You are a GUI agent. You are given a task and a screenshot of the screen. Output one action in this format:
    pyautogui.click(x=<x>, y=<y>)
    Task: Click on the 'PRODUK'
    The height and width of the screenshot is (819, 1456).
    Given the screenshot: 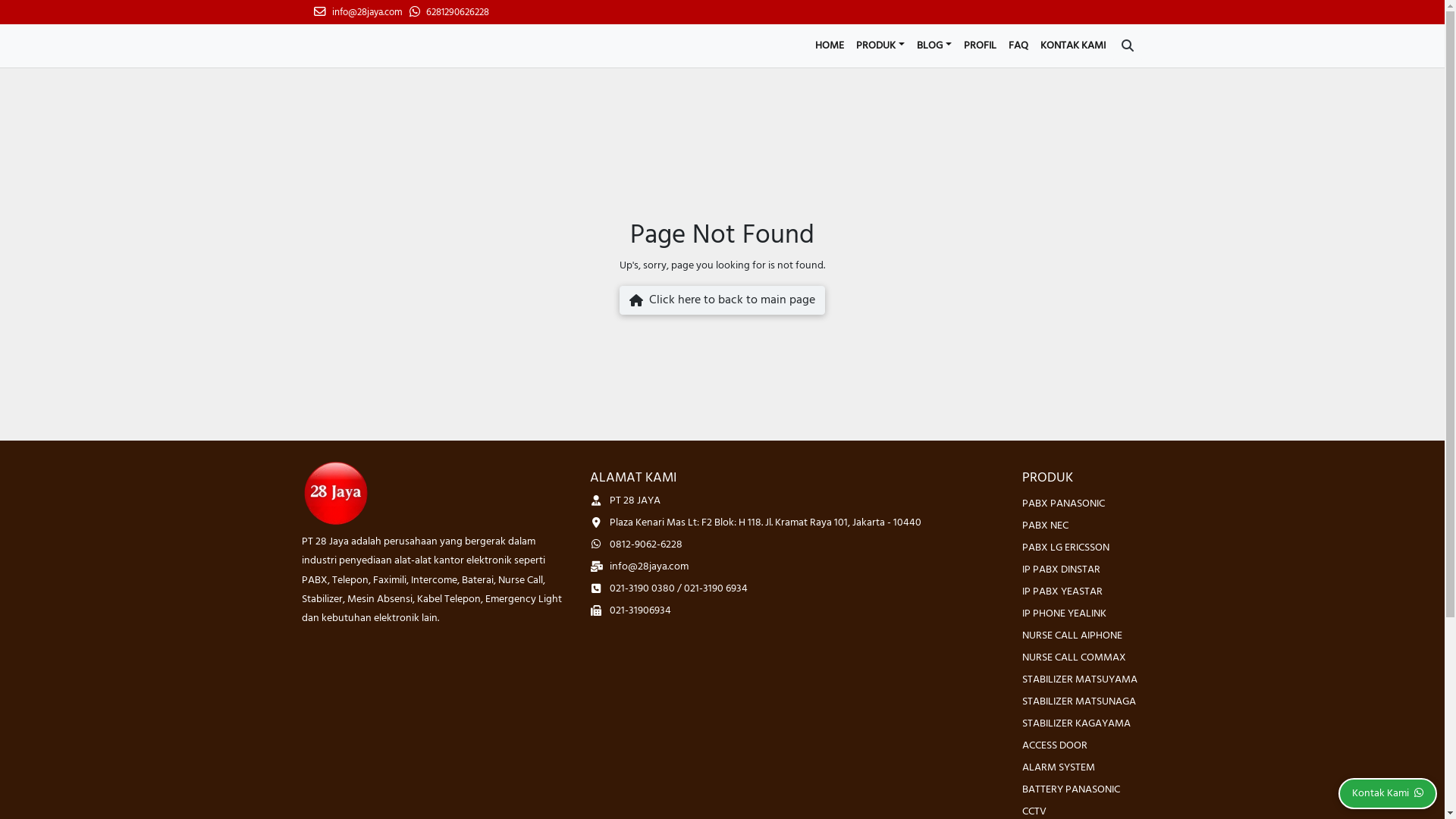 What is the action you would take?
    pyautogui.click(x=880, y=45)
    